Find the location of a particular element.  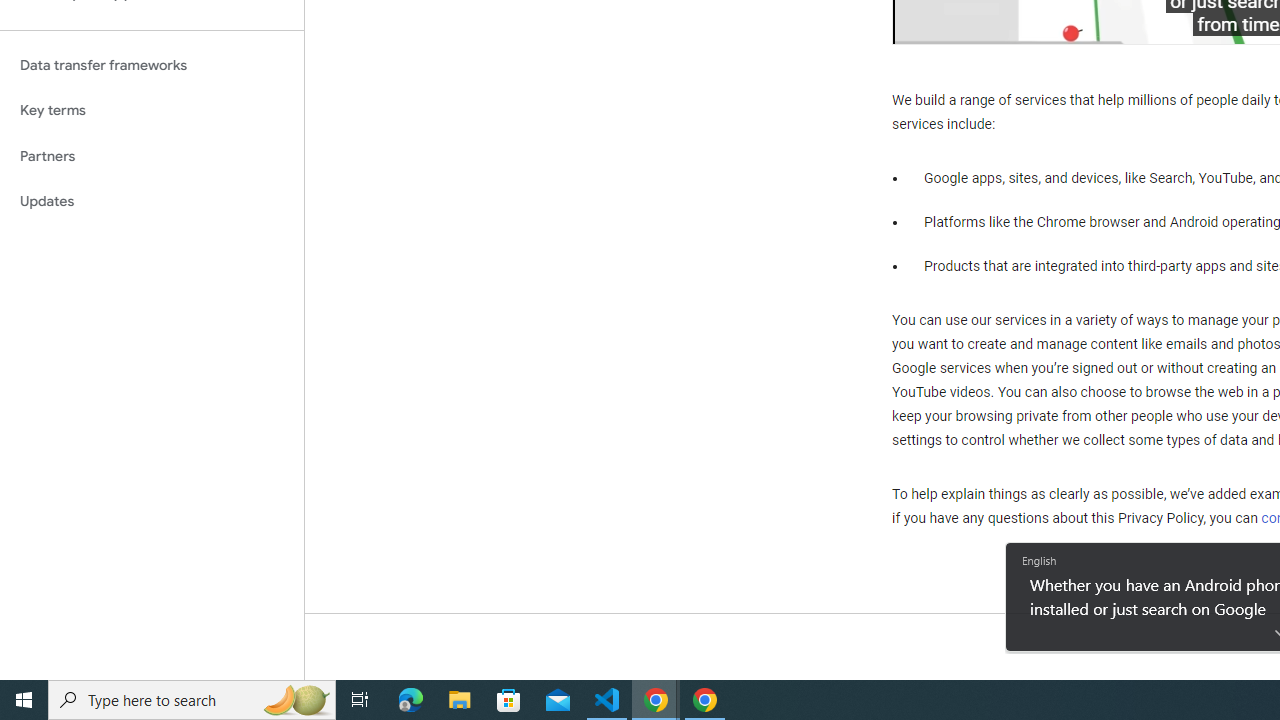

'Data transfer frameworks' is located at coordinates (151, 64).